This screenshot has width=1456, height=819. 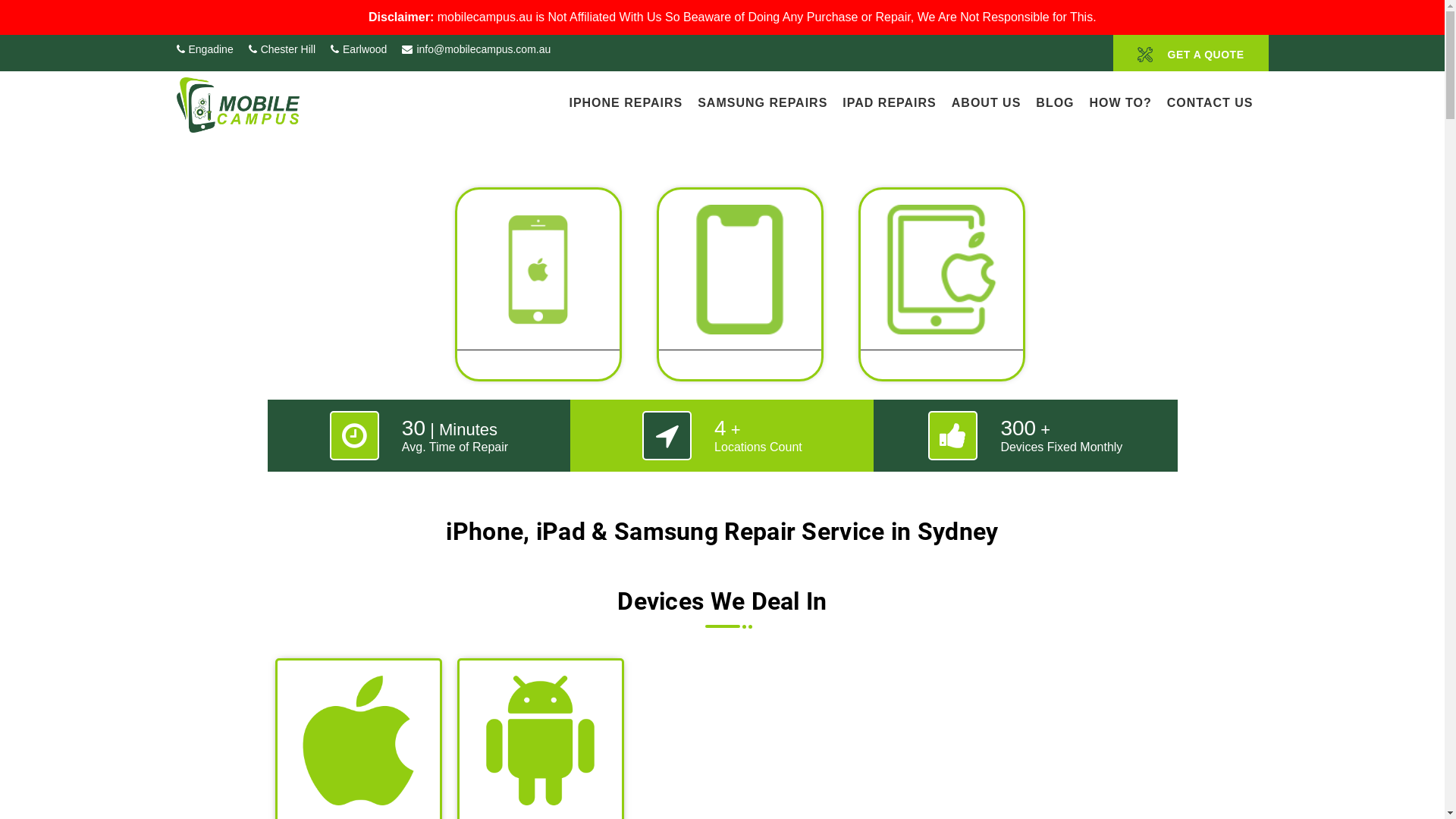 What do you see at coordinates (1166, 101) in the screenshot?
I see `'CONTACT US'` at bounding box center [1166, 101].